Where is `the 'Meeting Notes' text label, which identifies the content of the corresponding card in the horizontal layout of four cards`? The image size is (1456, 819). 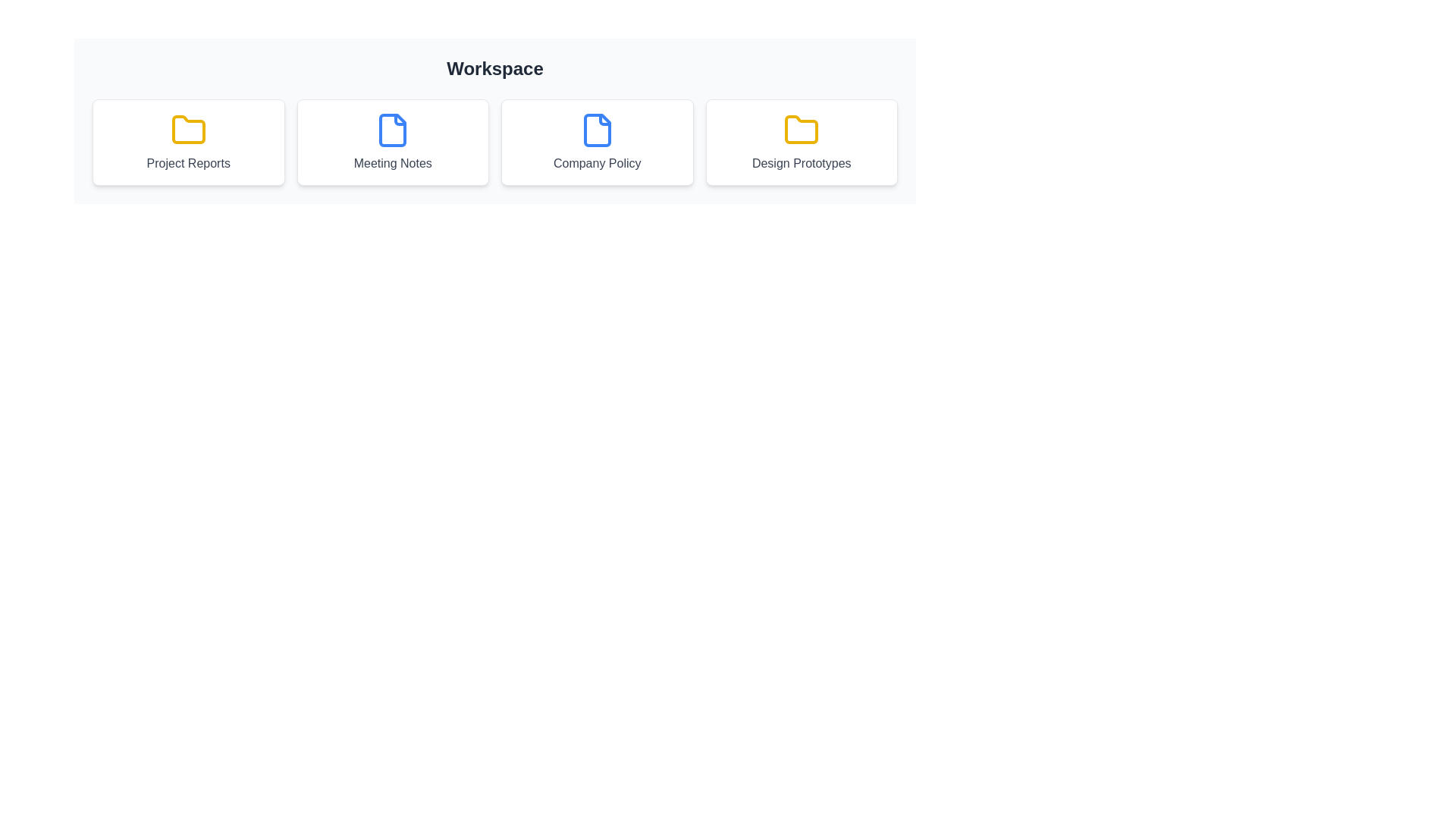 the 'Meeting Notes' text label, which identifies the content of the corresponding card in the horizontal layout of four cards is located at coordinates (393, 164).